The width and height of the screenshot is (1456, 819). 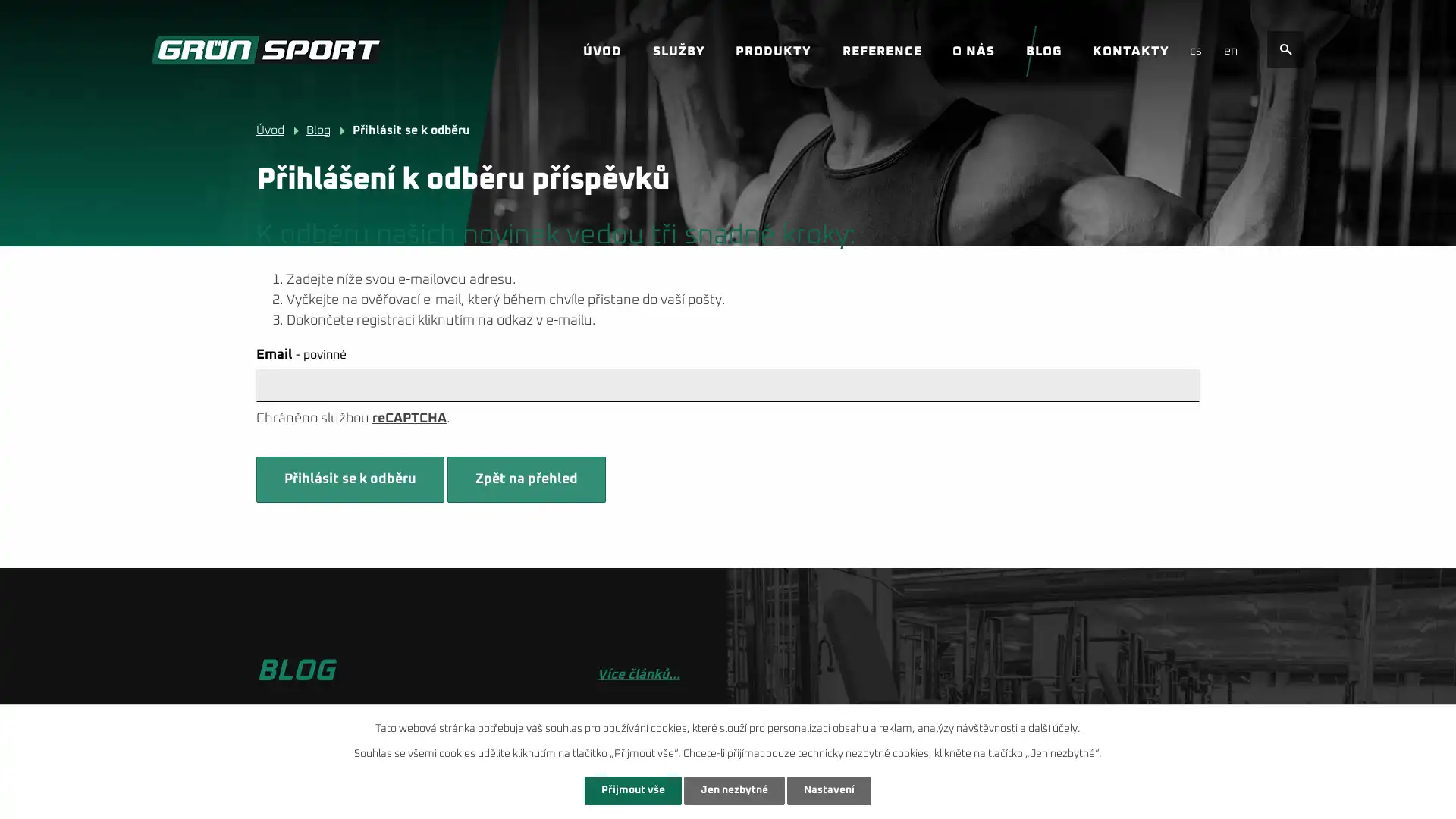 I want to click on Prihlasit se k odberu, so click(x=349, y=479).